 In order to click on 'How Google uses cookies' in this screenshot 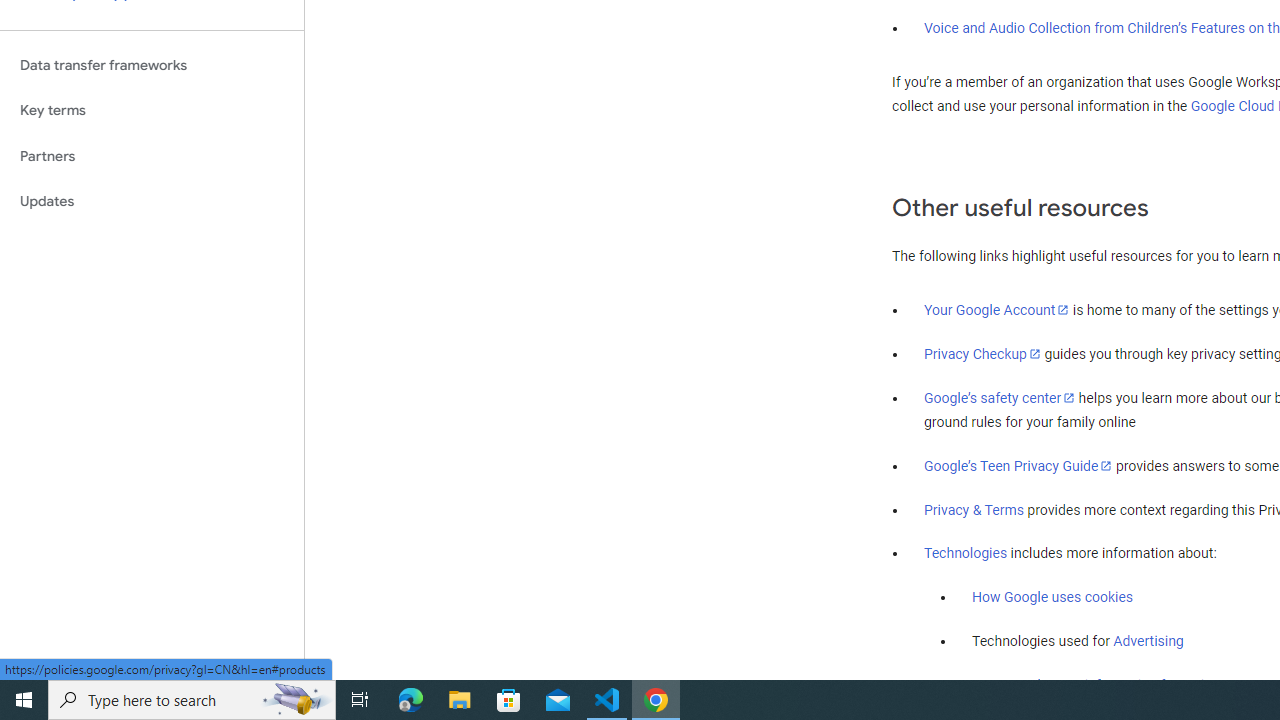, I will do `click(1051, 596)`.